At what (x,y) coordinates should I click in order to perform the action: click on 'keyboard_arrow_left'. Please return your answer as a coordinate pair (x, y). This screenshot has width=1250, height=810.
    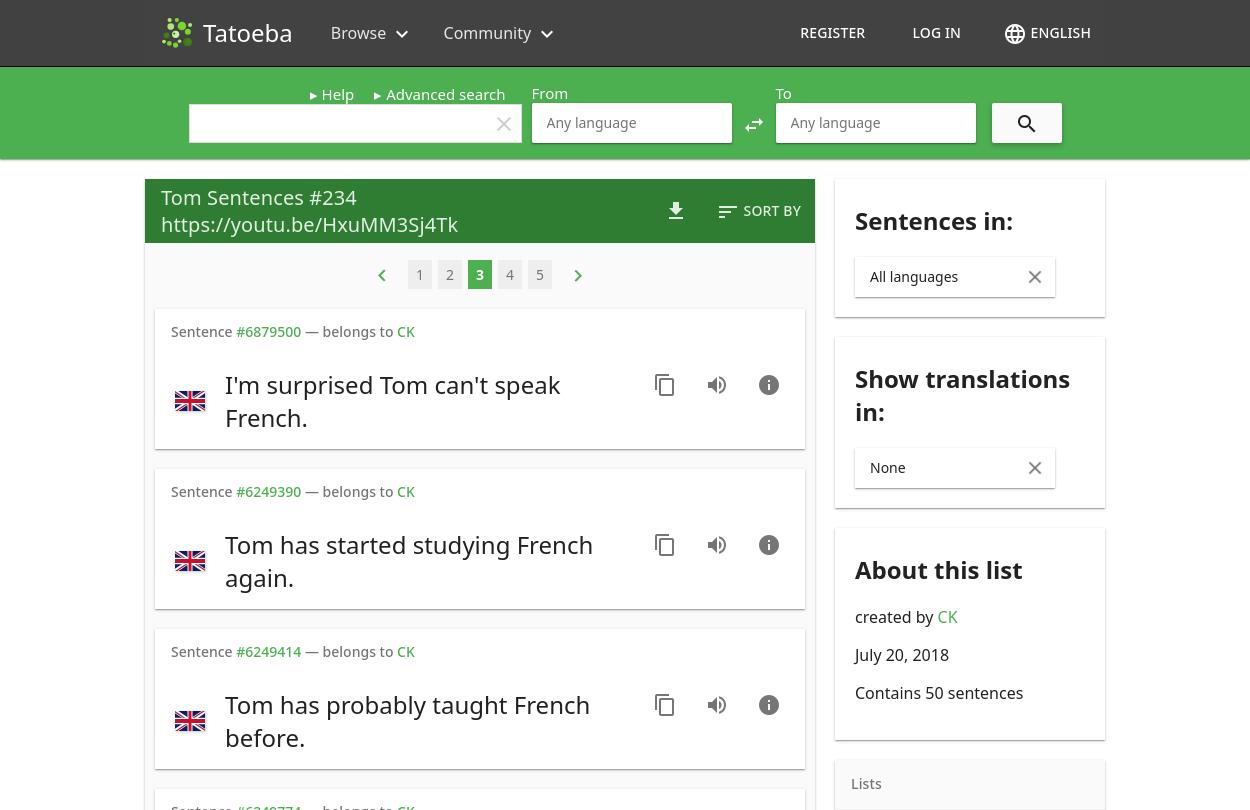
    Looking at the image, I should click on (381, 274).